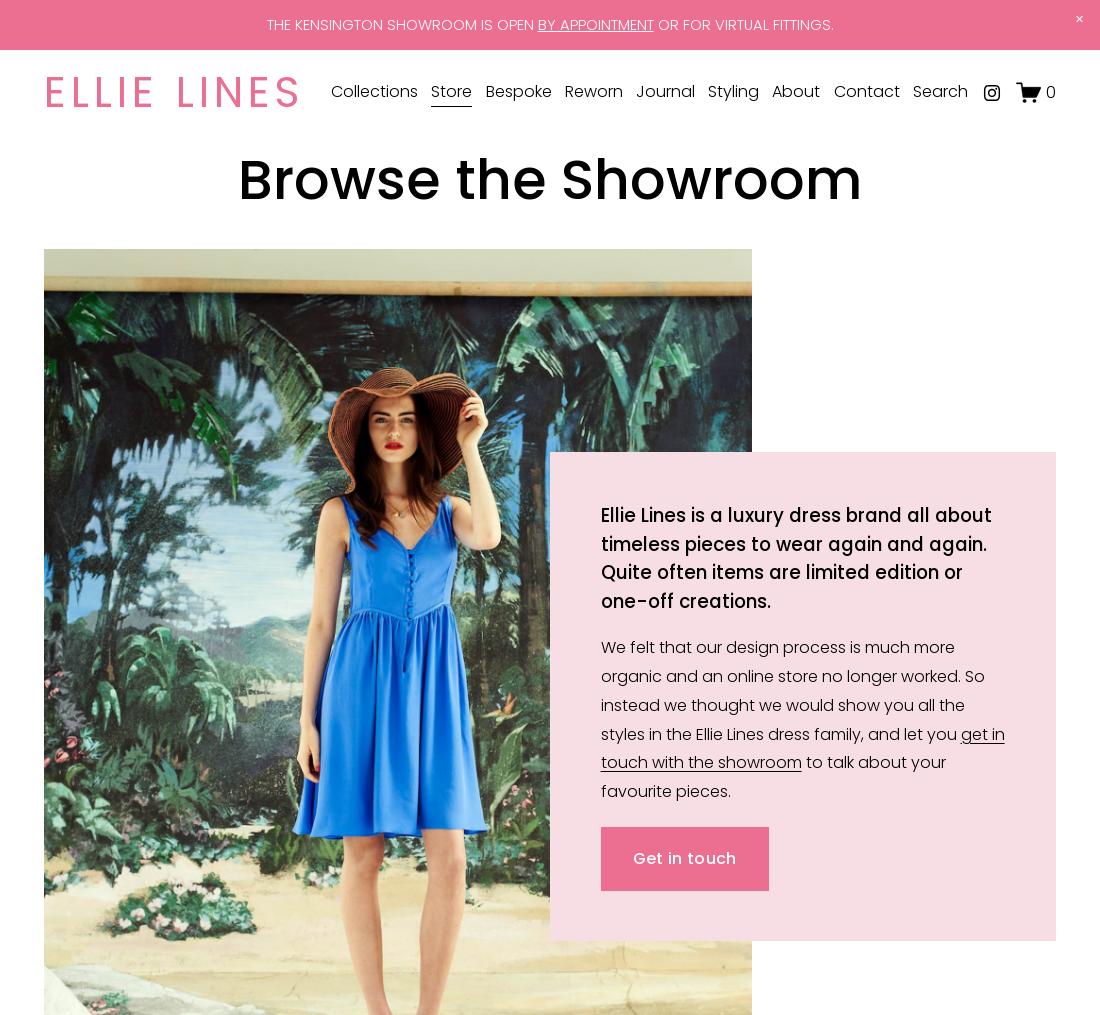  I want to click on 'Sweet Dreams Miss Tess', so click(323, 223).